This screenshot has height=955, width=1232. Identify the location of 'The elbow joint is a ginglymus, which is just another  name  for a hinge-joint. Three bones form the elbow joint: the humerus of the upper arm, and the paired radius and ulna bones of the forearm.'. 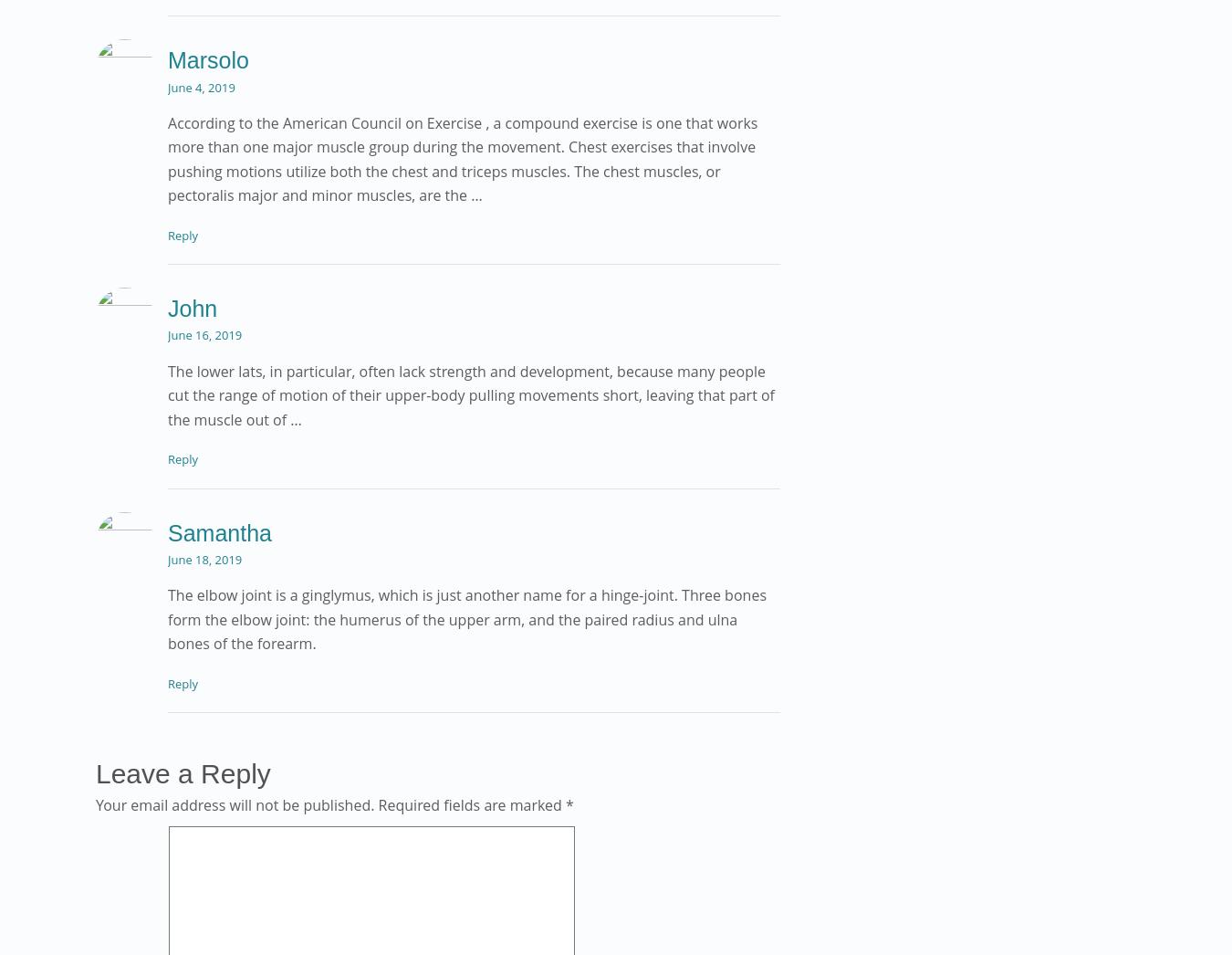
(168, 618).